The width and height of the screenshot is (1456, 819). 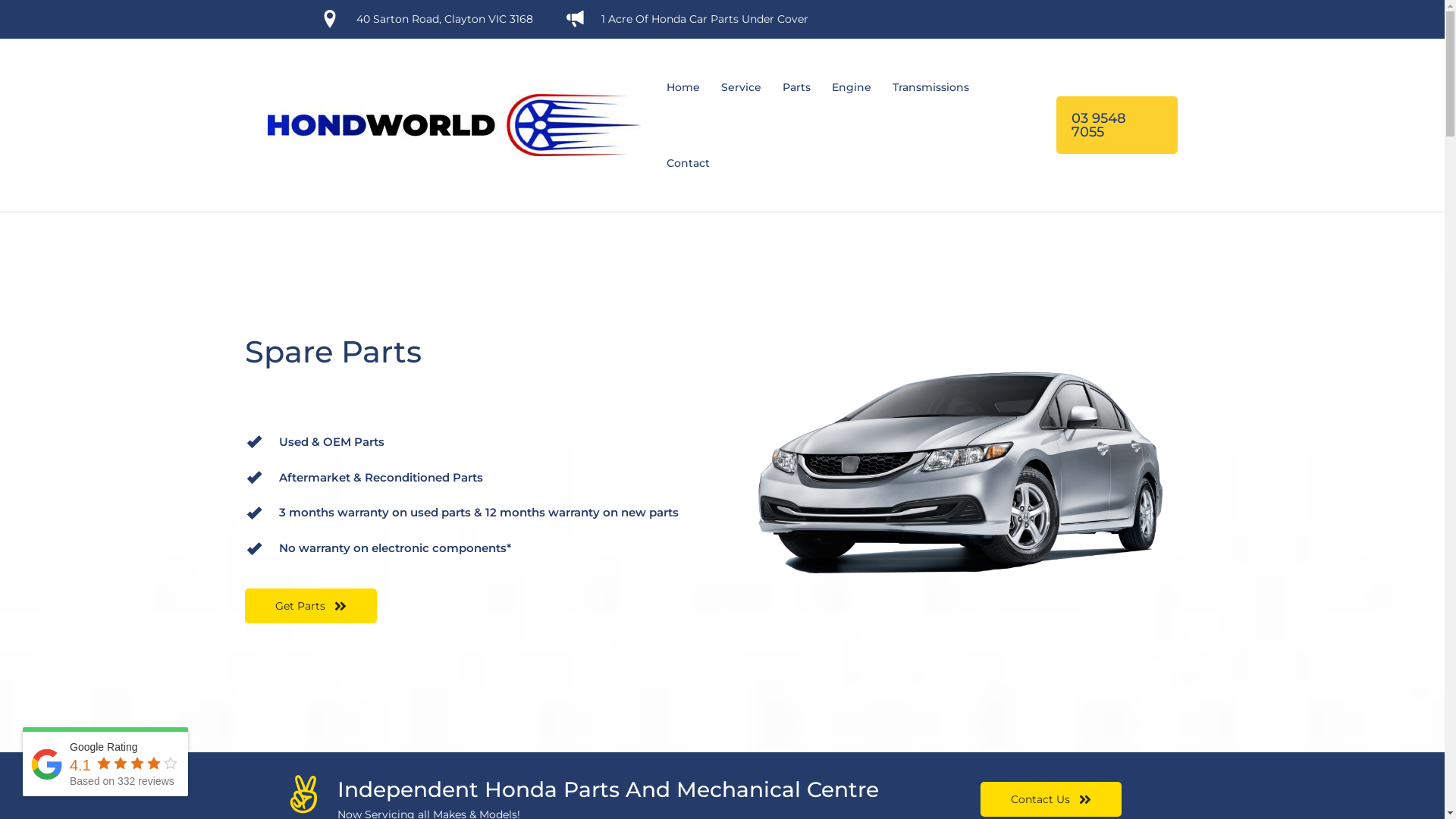 What do you see at coordinates (1050, 798) in the screenshot?
I see `'Contact Us'` at bounding box center [1050, 798].